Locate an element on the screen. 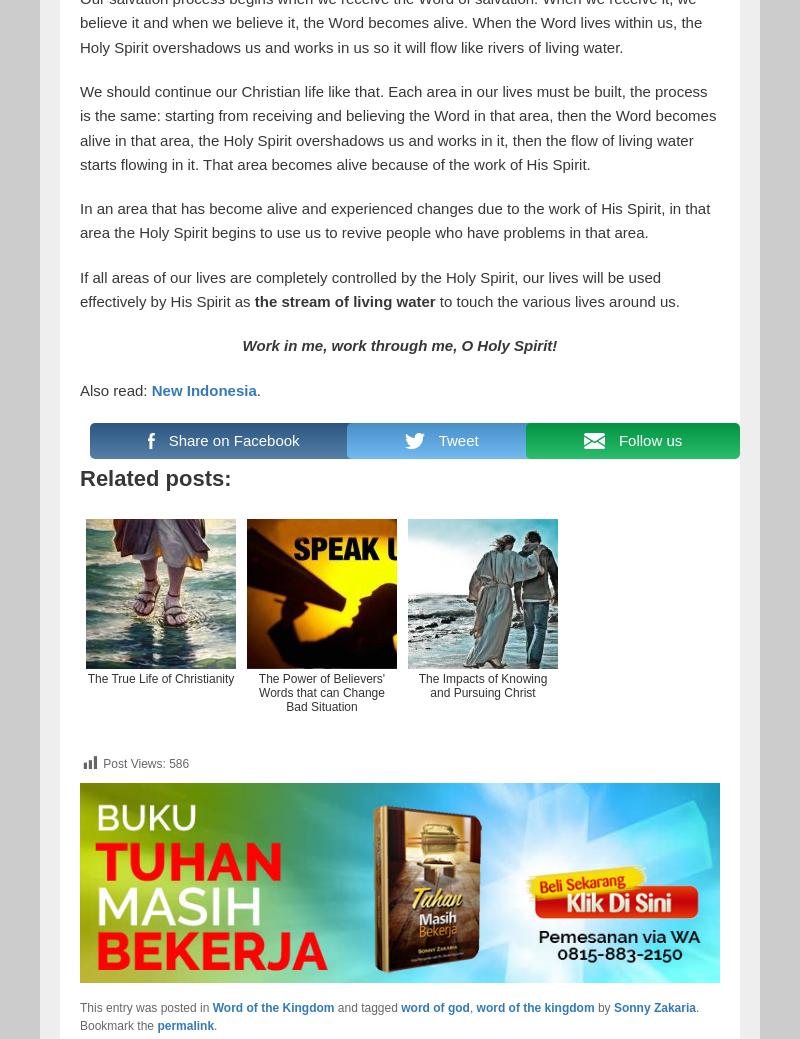 Image resolution: width=800 pixels, height=1039 pixels. 'Related posts:' is located at coordinates (80, 476).